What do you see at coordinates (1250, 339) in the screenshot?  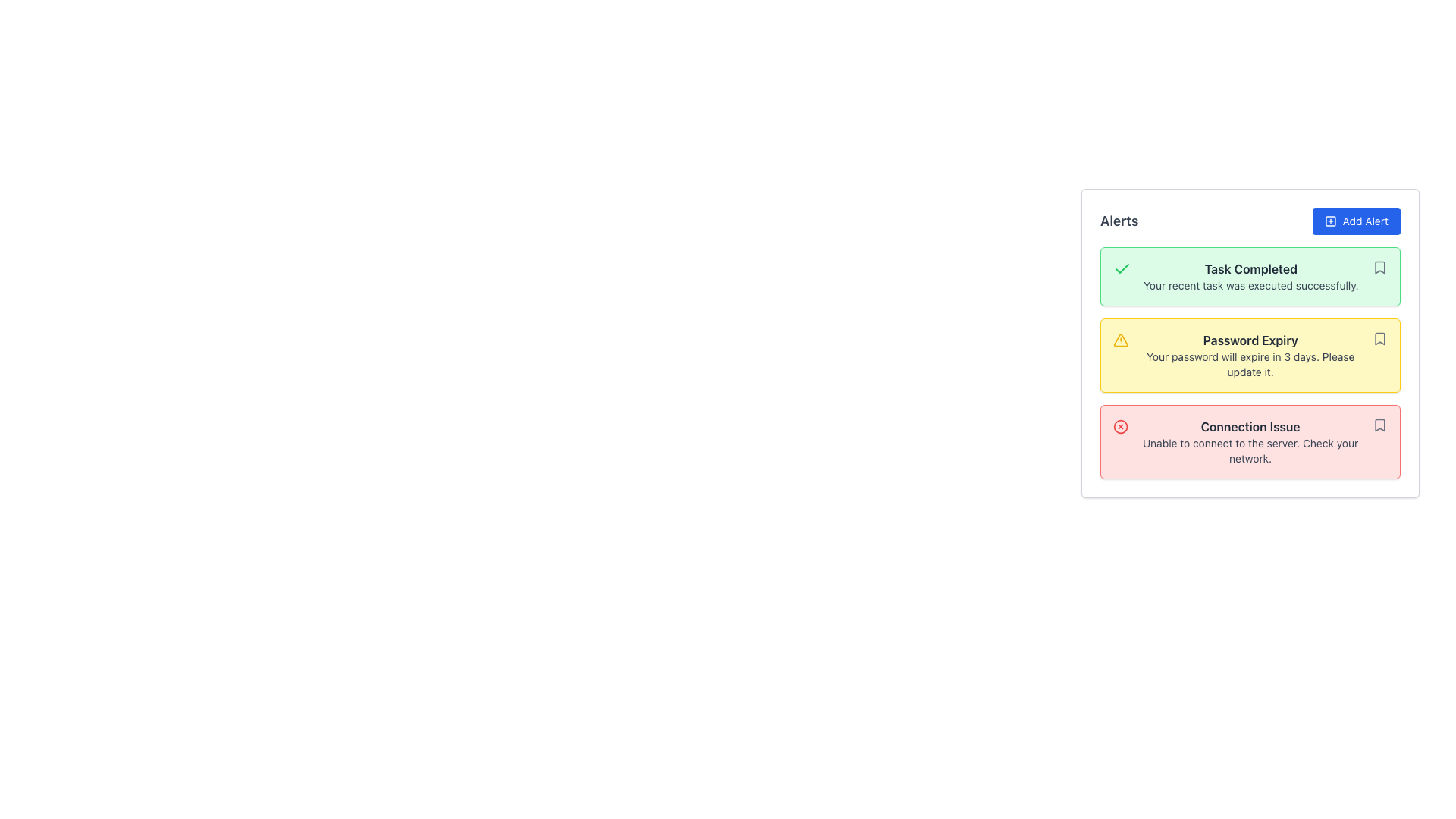 I see `text from the heading label that indicates a warning about password expiration, located in the middle section of the warning alert box` at bounding box center [1250, 339].